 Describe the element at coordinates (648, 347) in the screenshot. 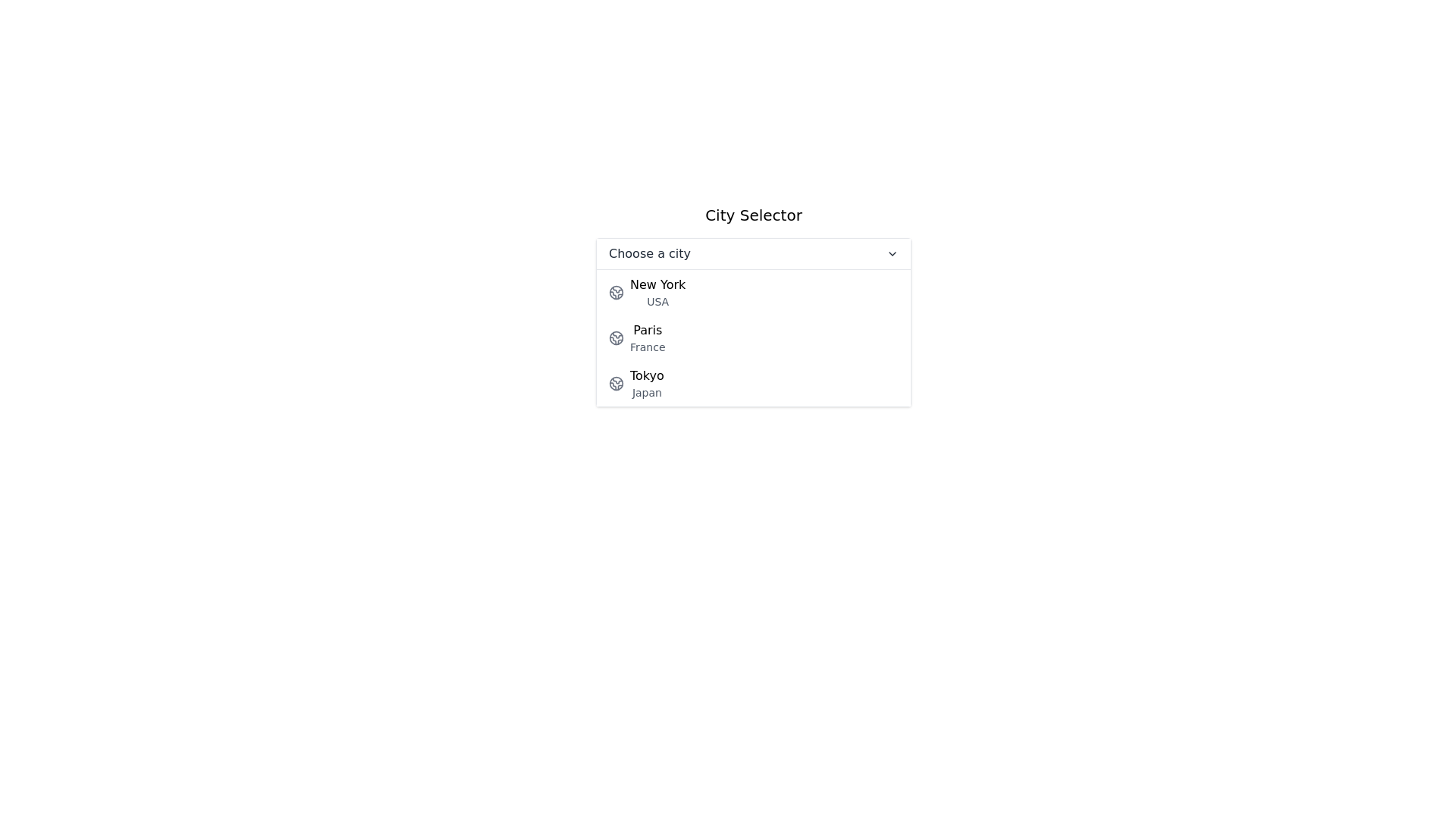

I see `the descriptive text label indicating the country for the city 'Paris' in the dropdown list under the 'City Selector' module` at that location.